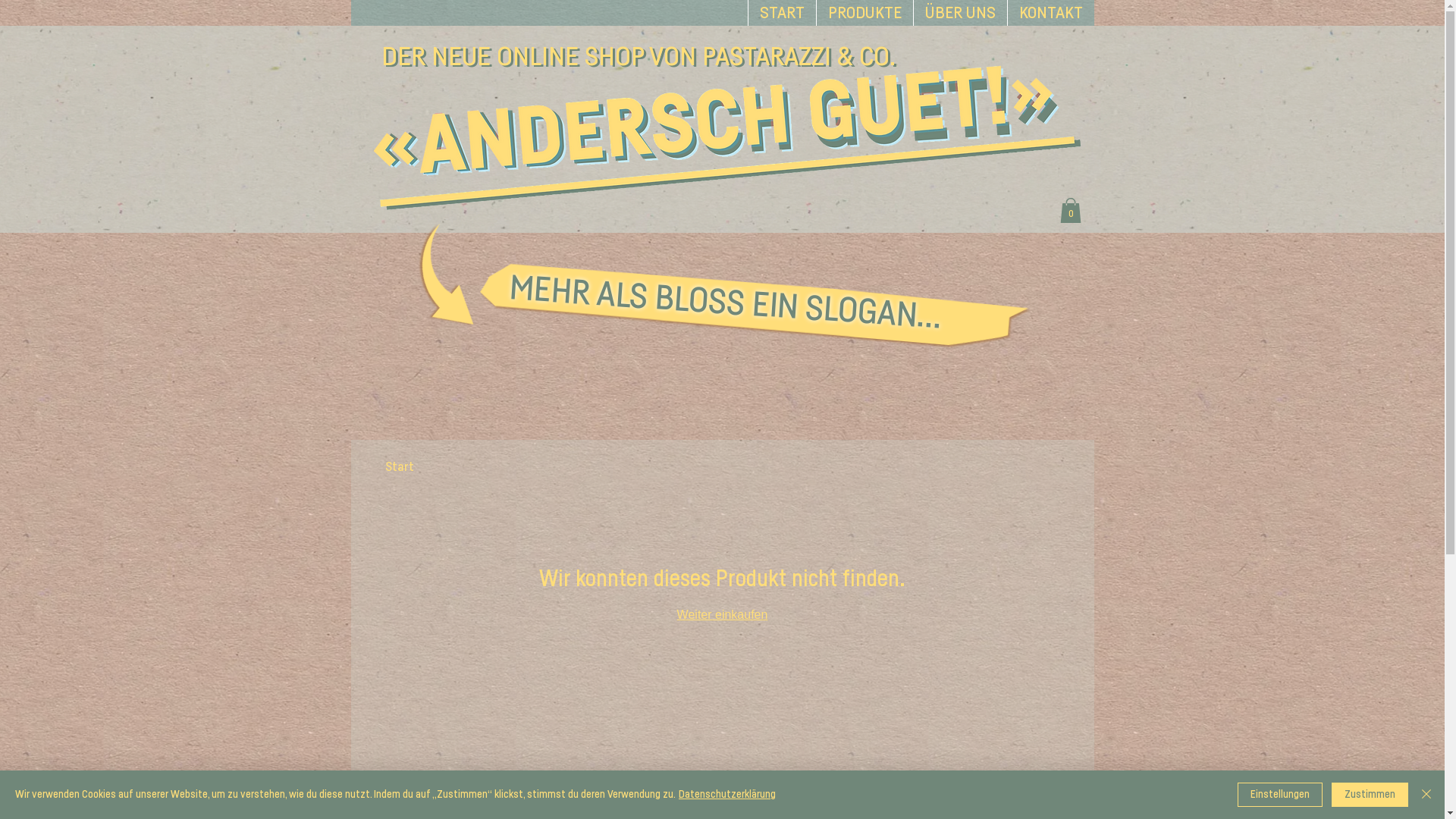  Describe the element at coordinates (400, 466) in the screenshot. I see `'Start'` at that location.